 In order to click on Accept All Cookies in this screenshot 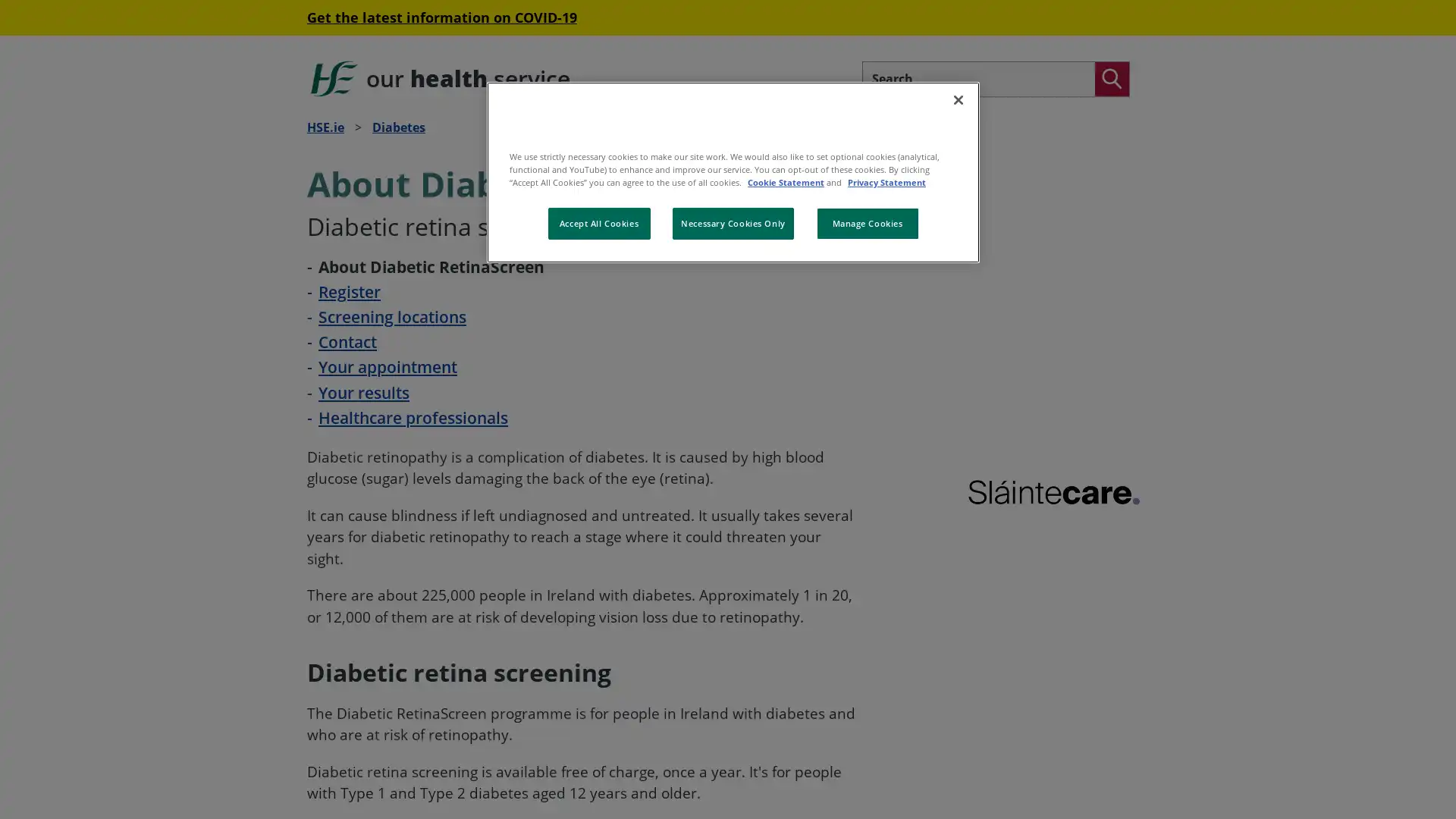, I will do `click(598, 223)`.